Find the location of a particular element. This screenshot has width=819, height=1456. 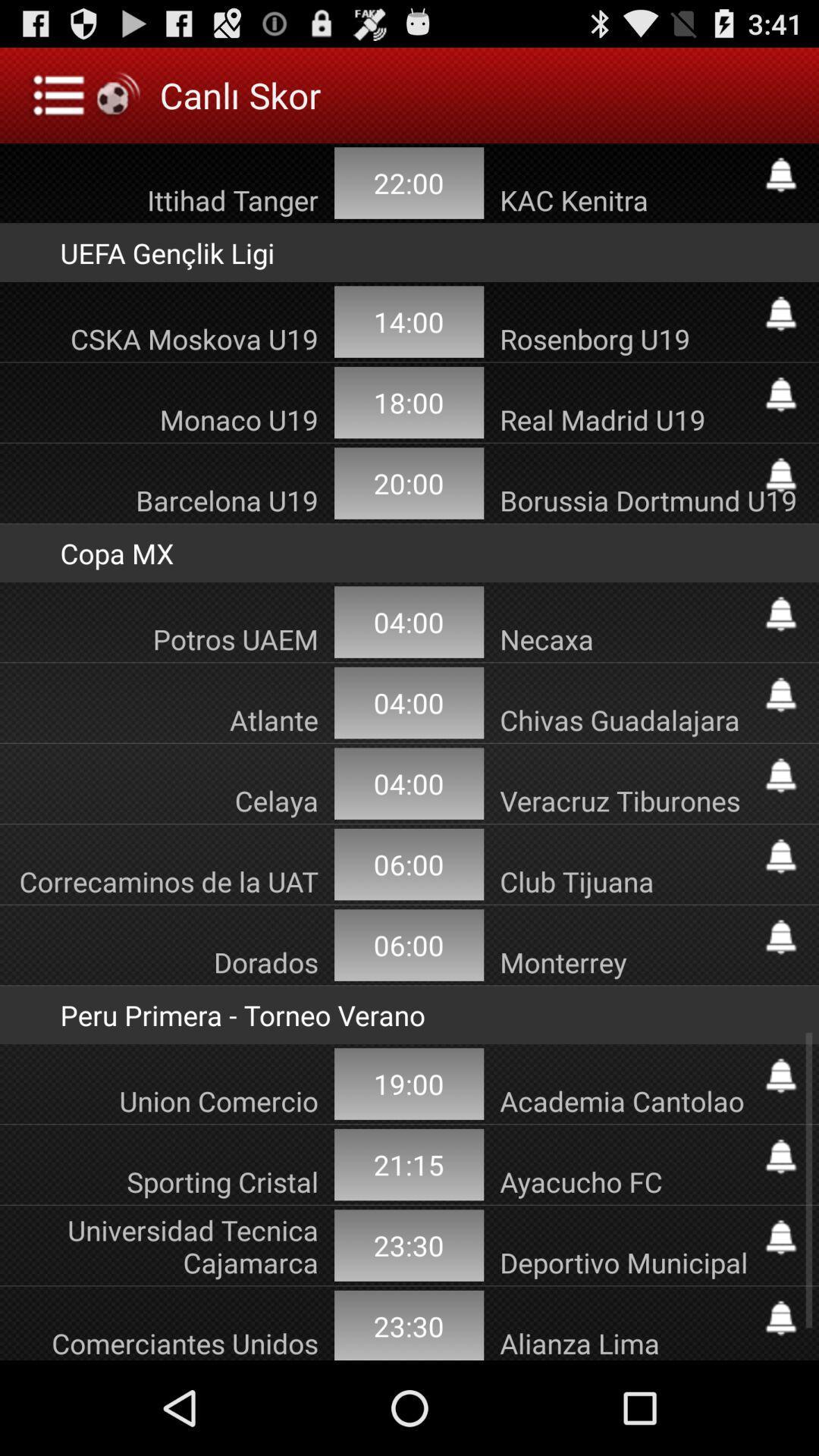

notification bell is located at coordinates (780, 856).